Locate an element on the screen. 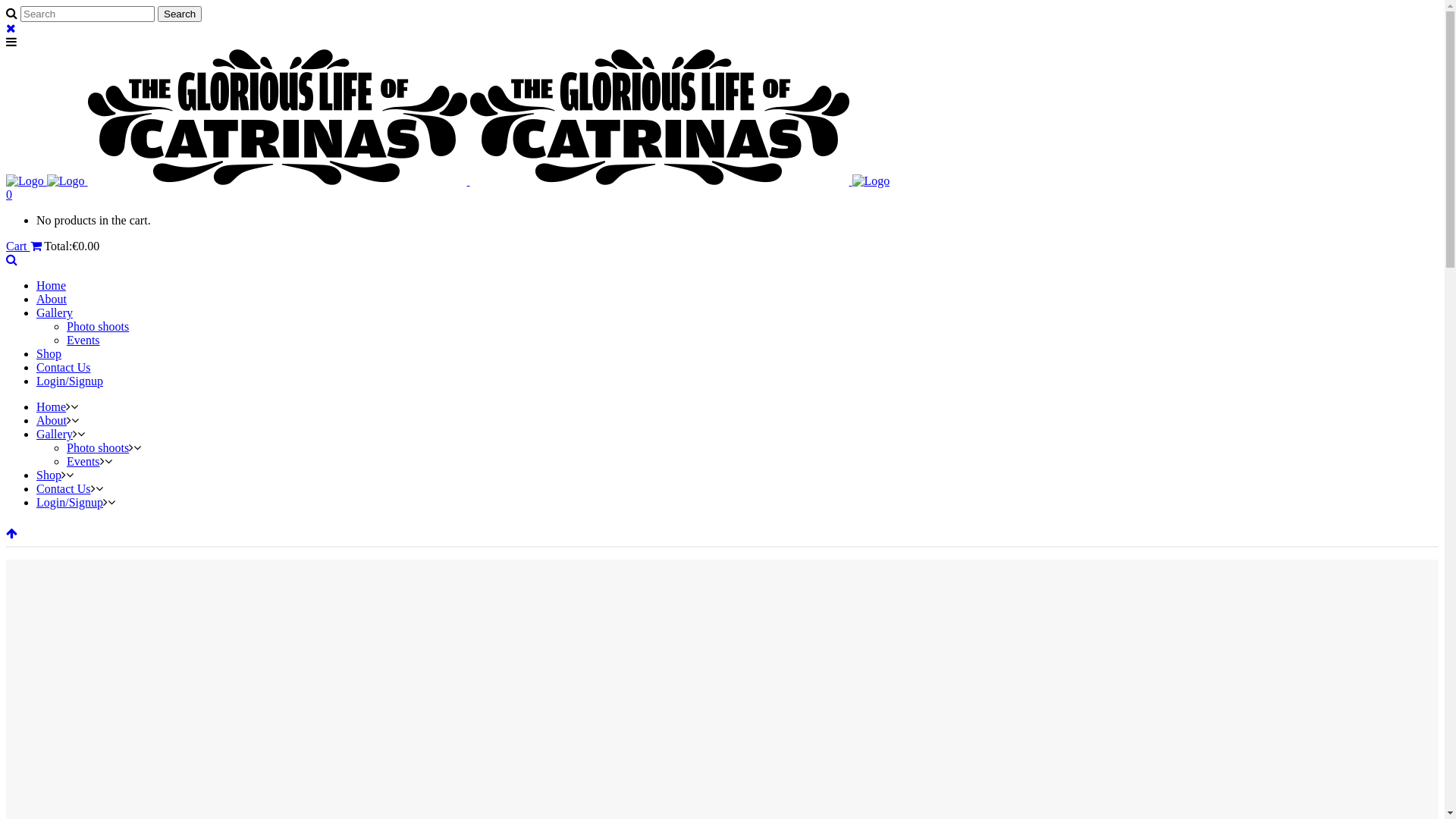 The width and height of the screenshot is (1456, 819). 'Home' is located at coordinates (51, 285).